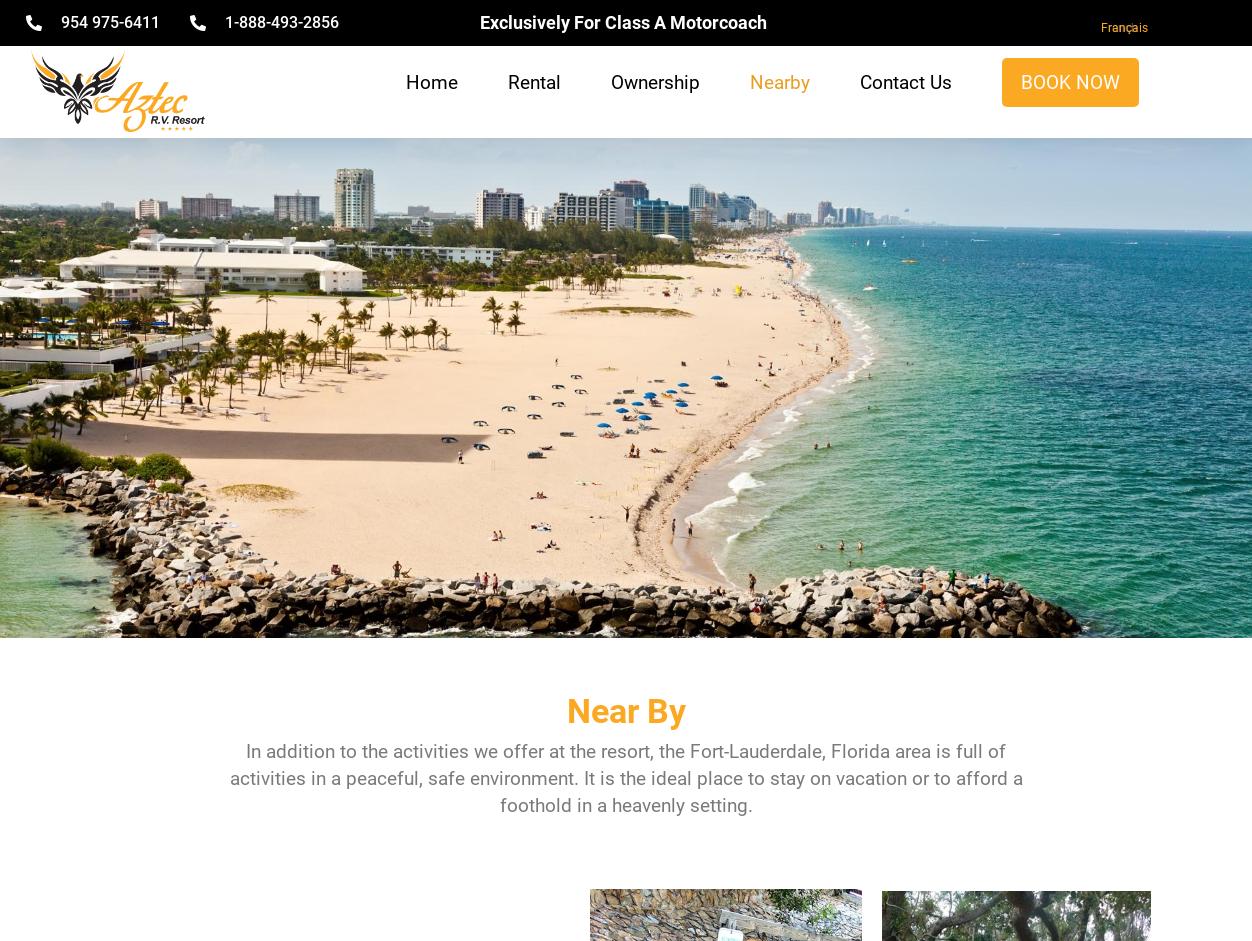 The width and height of the screenshot is (1252, 941). I want to click on 'In addition to the activities we offer at the resort, the Fort-Lauderdale, Florida area is full of activities in a peaceful, safe environment. It is the ideal place to stay on vacation or to afford a foothold in a heavenly setting.', so click(624, 778).